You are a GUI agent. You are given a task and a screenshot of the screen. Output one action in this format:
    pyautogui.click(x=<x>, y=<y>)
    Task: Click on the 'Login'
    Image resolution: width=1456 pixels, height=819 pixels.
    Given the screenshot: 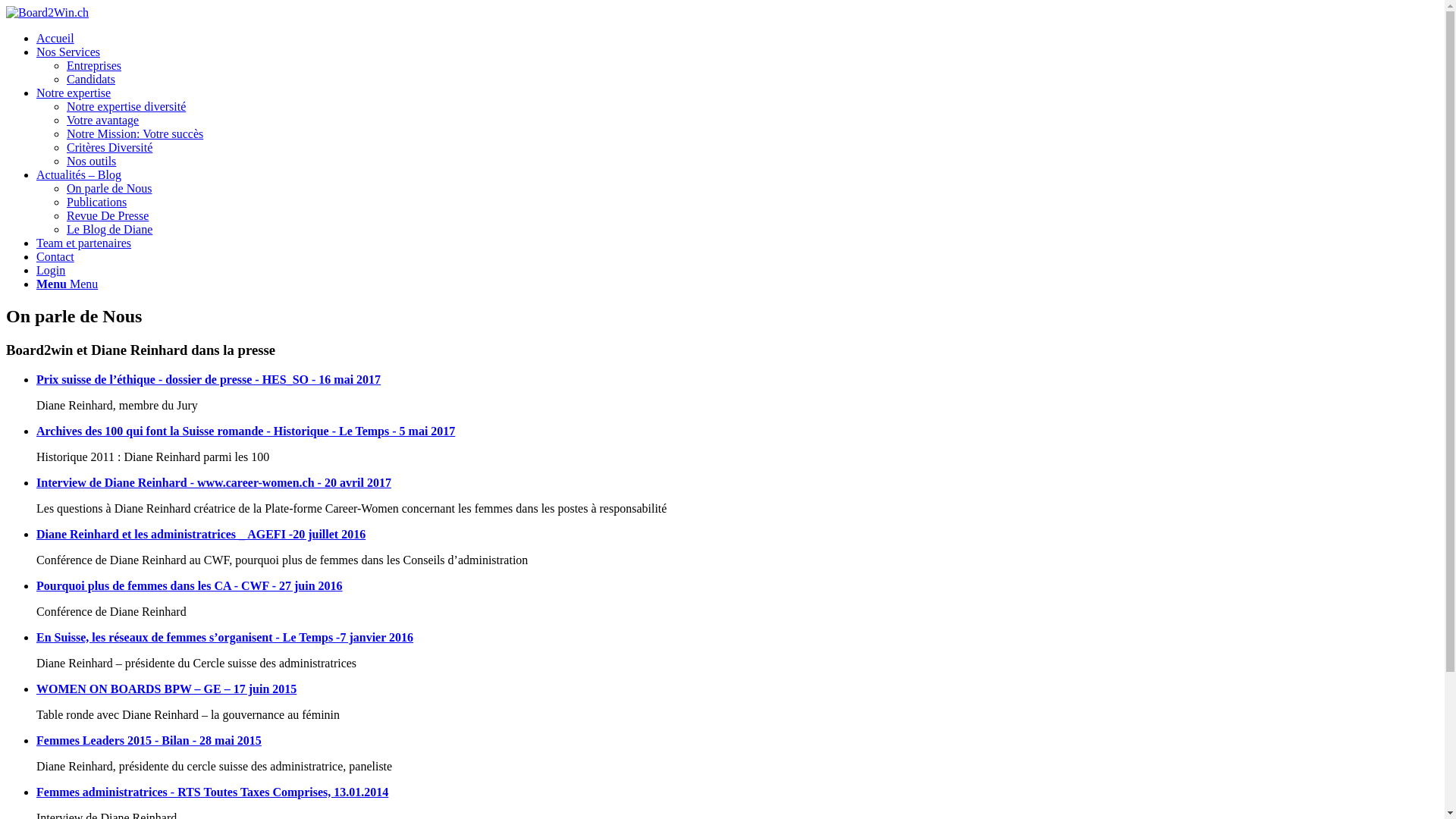 What is the action you would take?
    pyautogui.click(x=51, y=269)
    